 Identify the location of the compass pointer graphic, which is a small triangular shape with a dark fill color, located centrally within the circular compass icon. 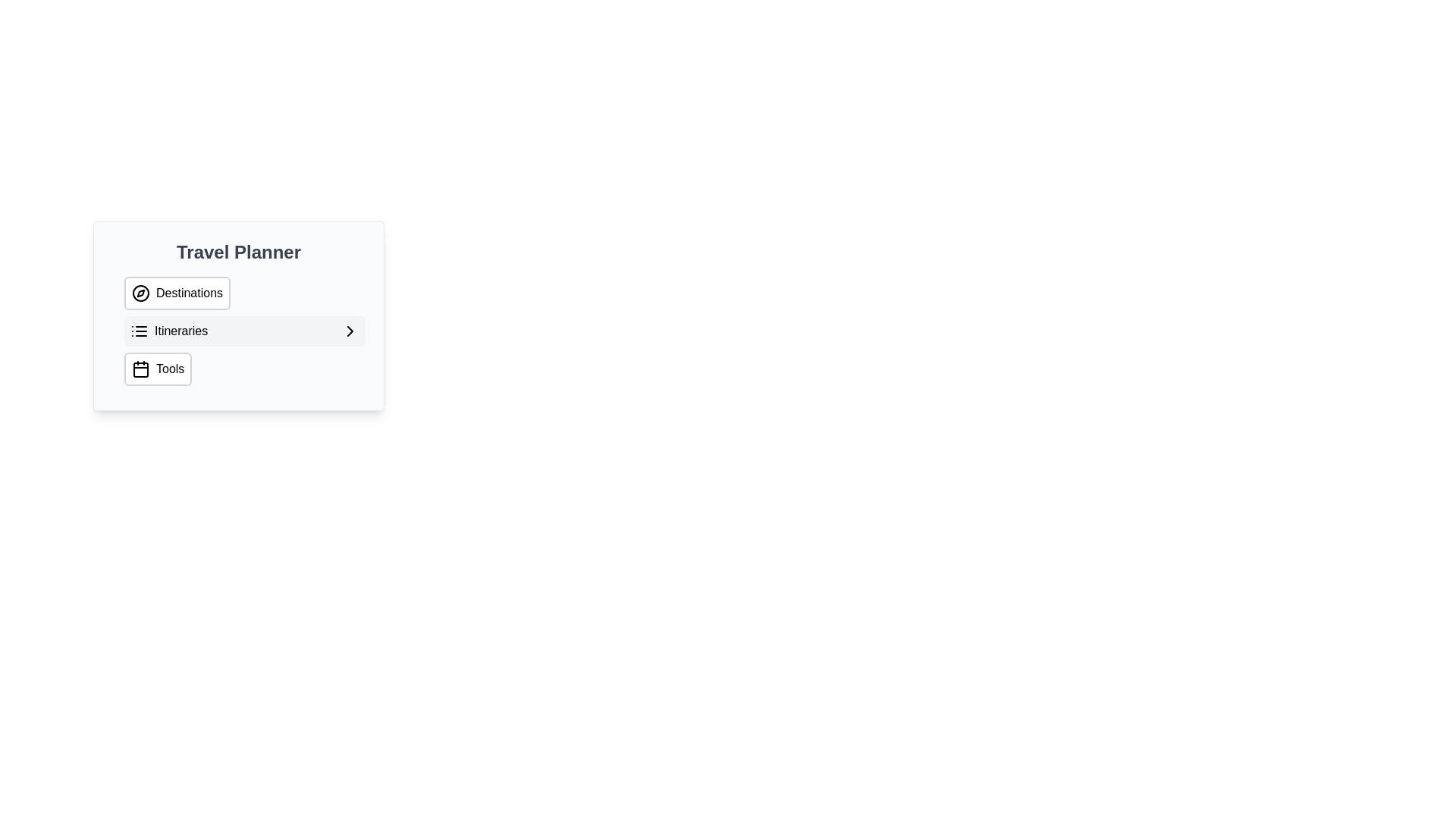
(141, 293).